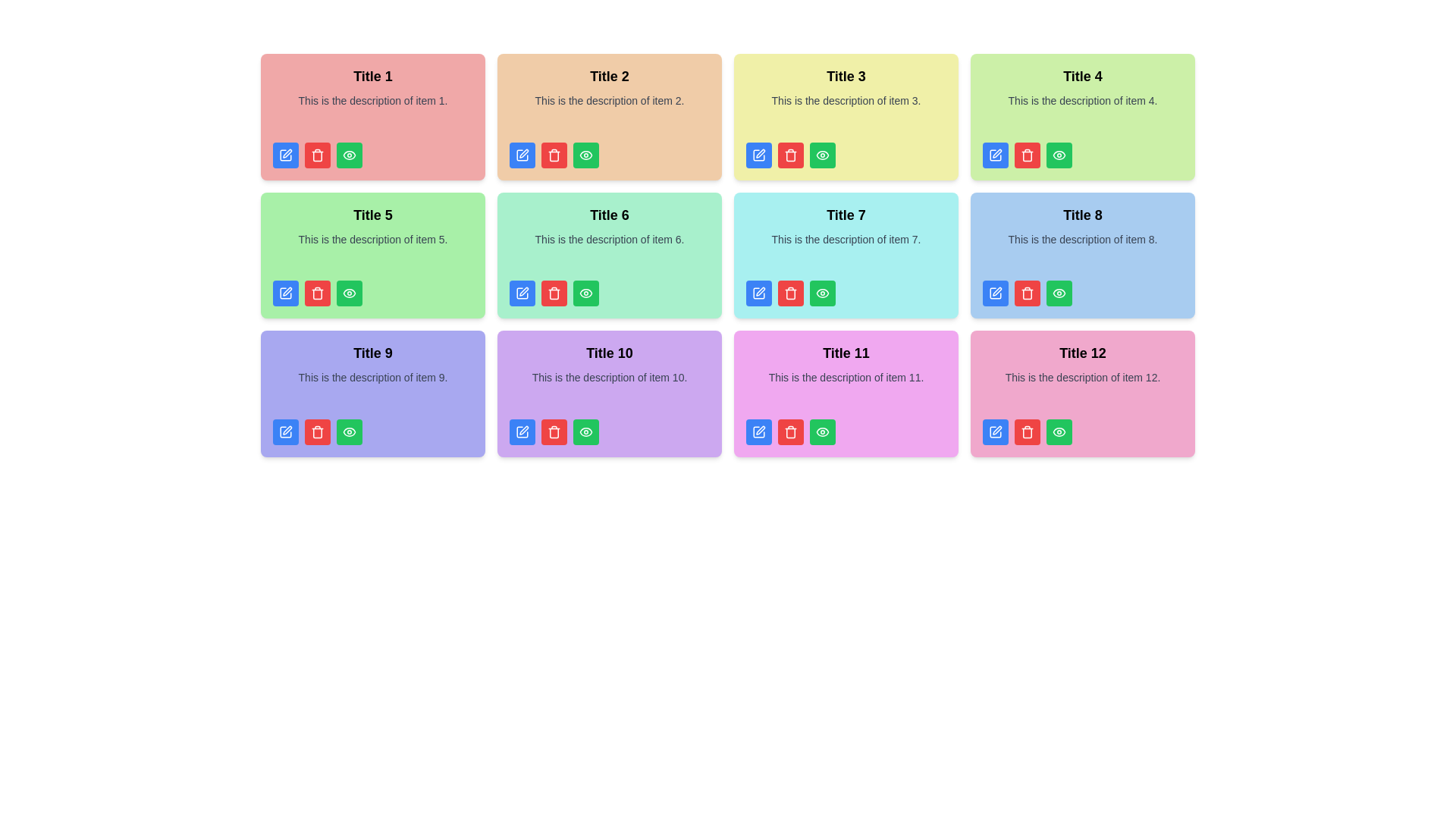  What do you see at coordinates (1027, 431) in the screenshot?
I see `the delete button with a trash can icon, which is the second button in a group of three, to observe the hover effect` at bounding box center [1027, 431].